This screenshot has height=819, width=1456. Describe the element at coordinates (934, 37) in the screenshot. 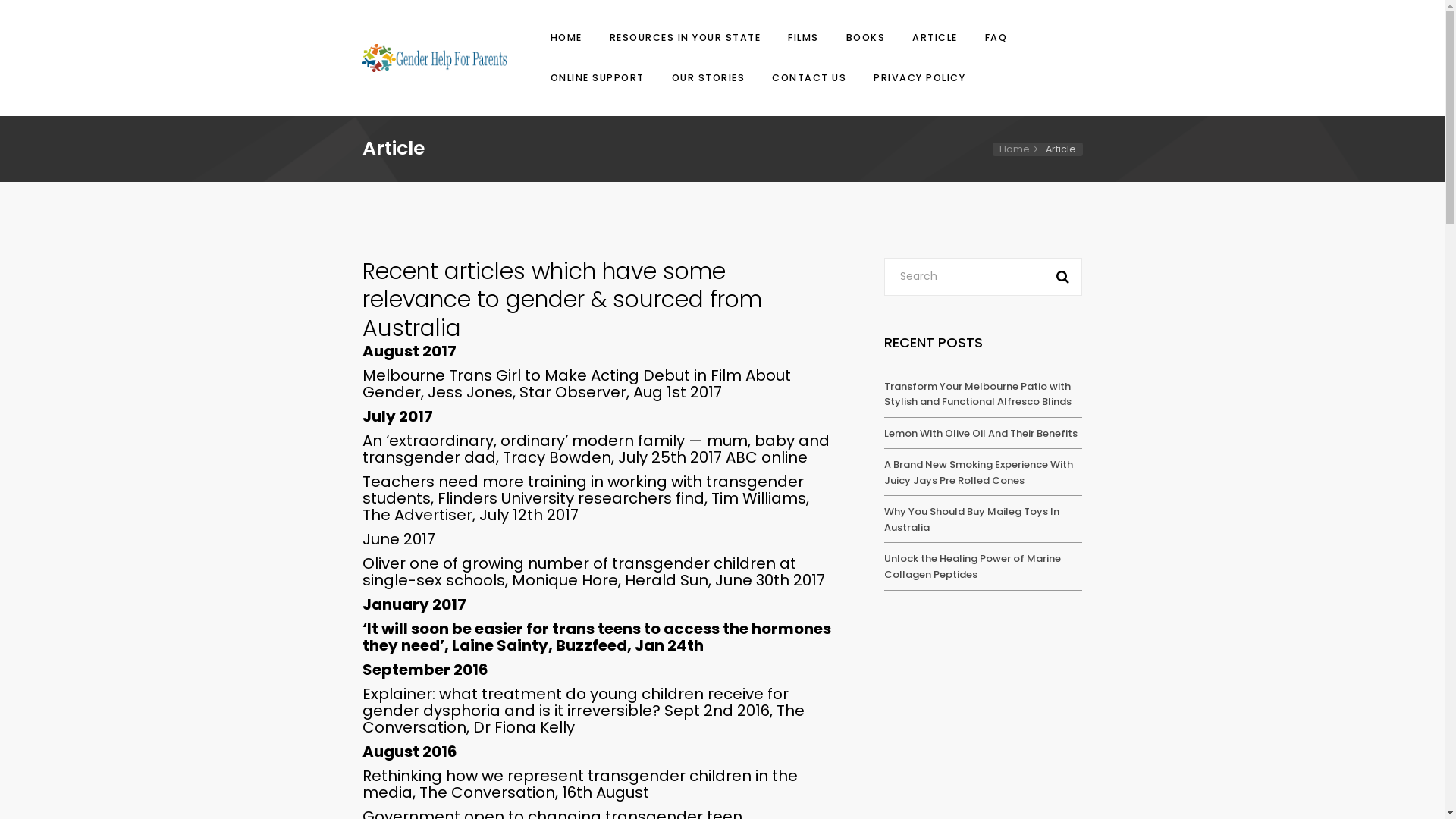

I see `'ARTICLE'` at that location.